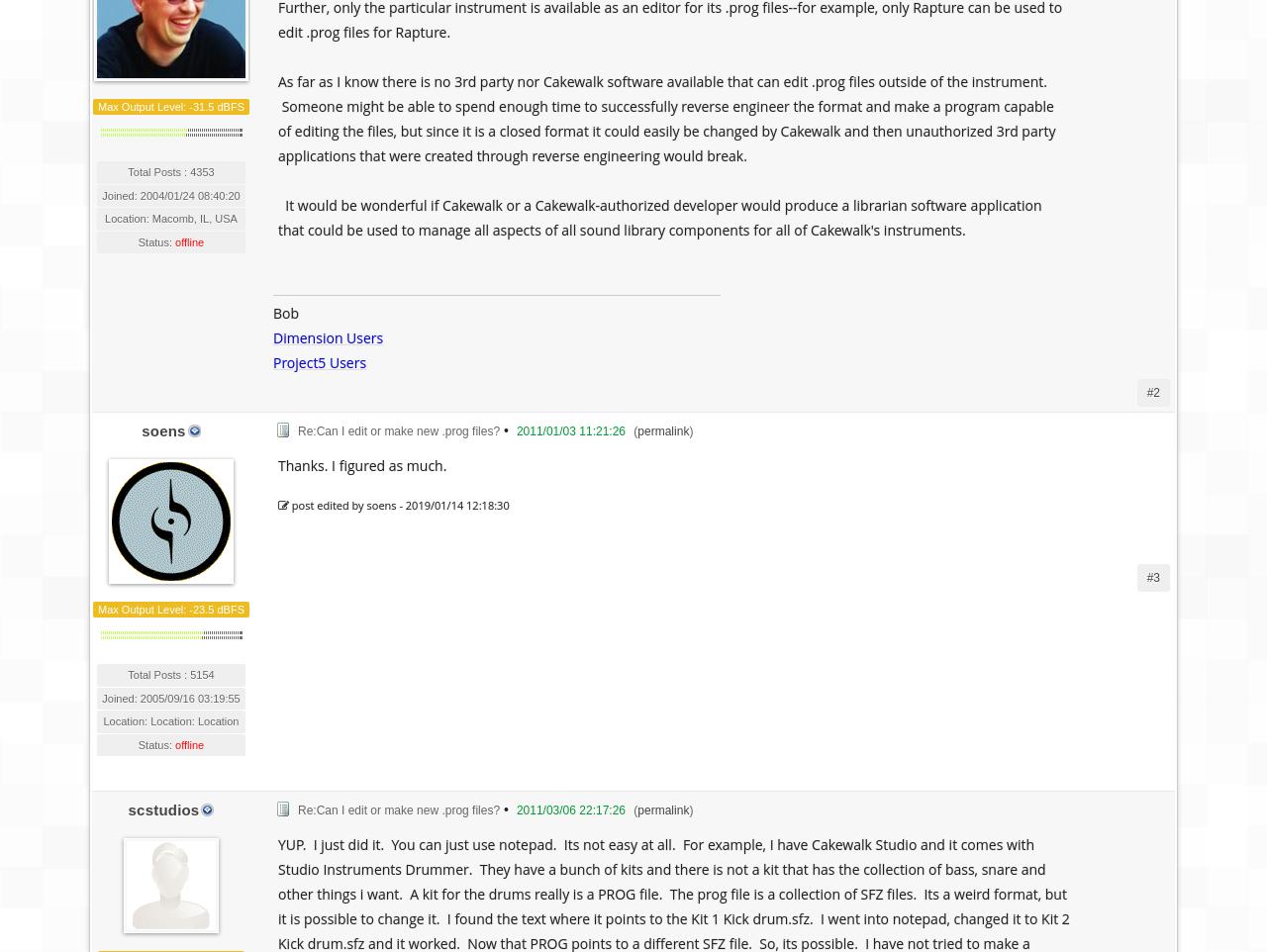  Describe the element at coordinates (162, 430) in the screenshot. I see `'soens'` at that location.